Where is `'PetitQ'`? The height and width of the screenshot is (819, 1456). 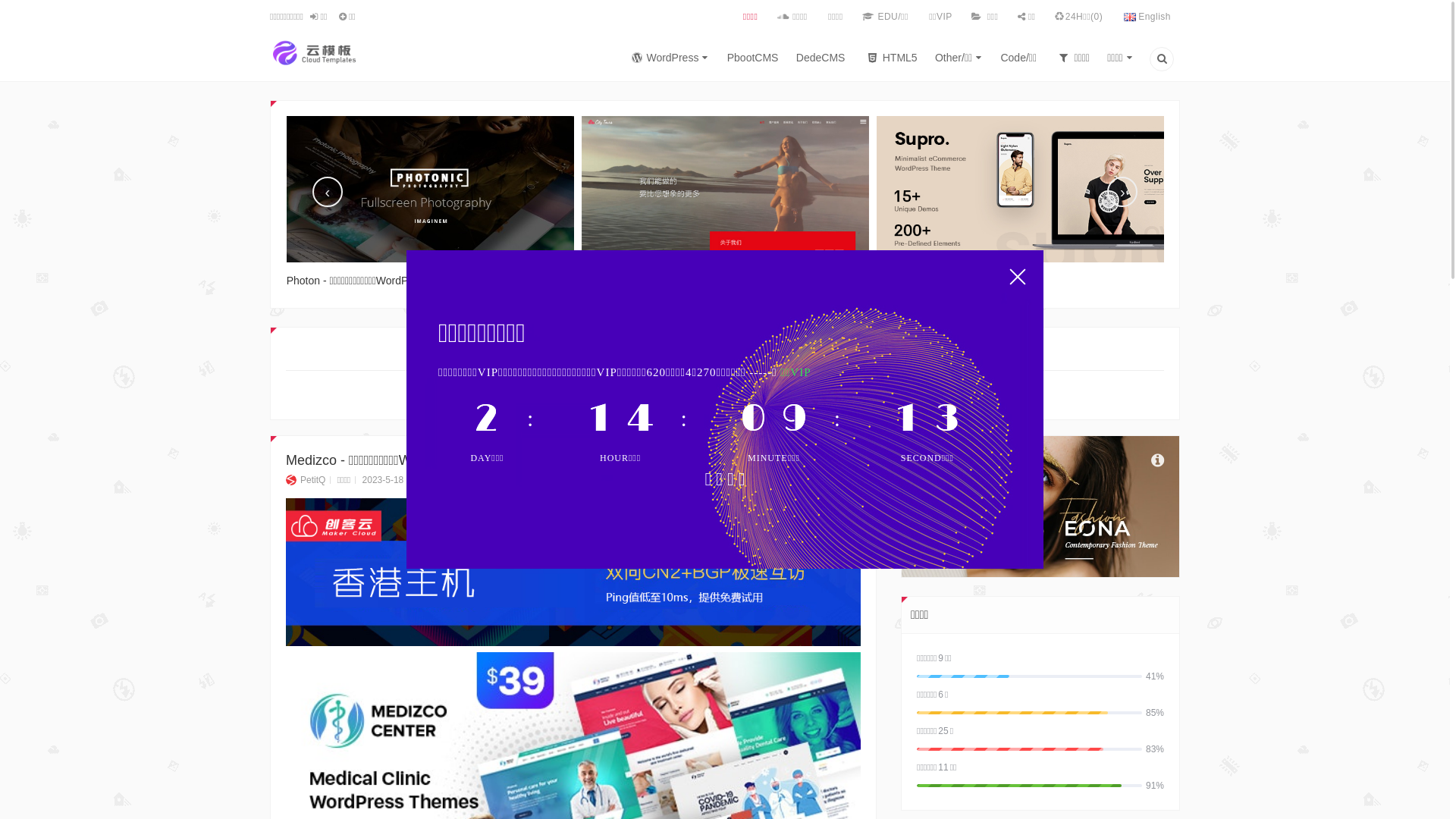 'PetitQ' is located at coordinates (305, 479).